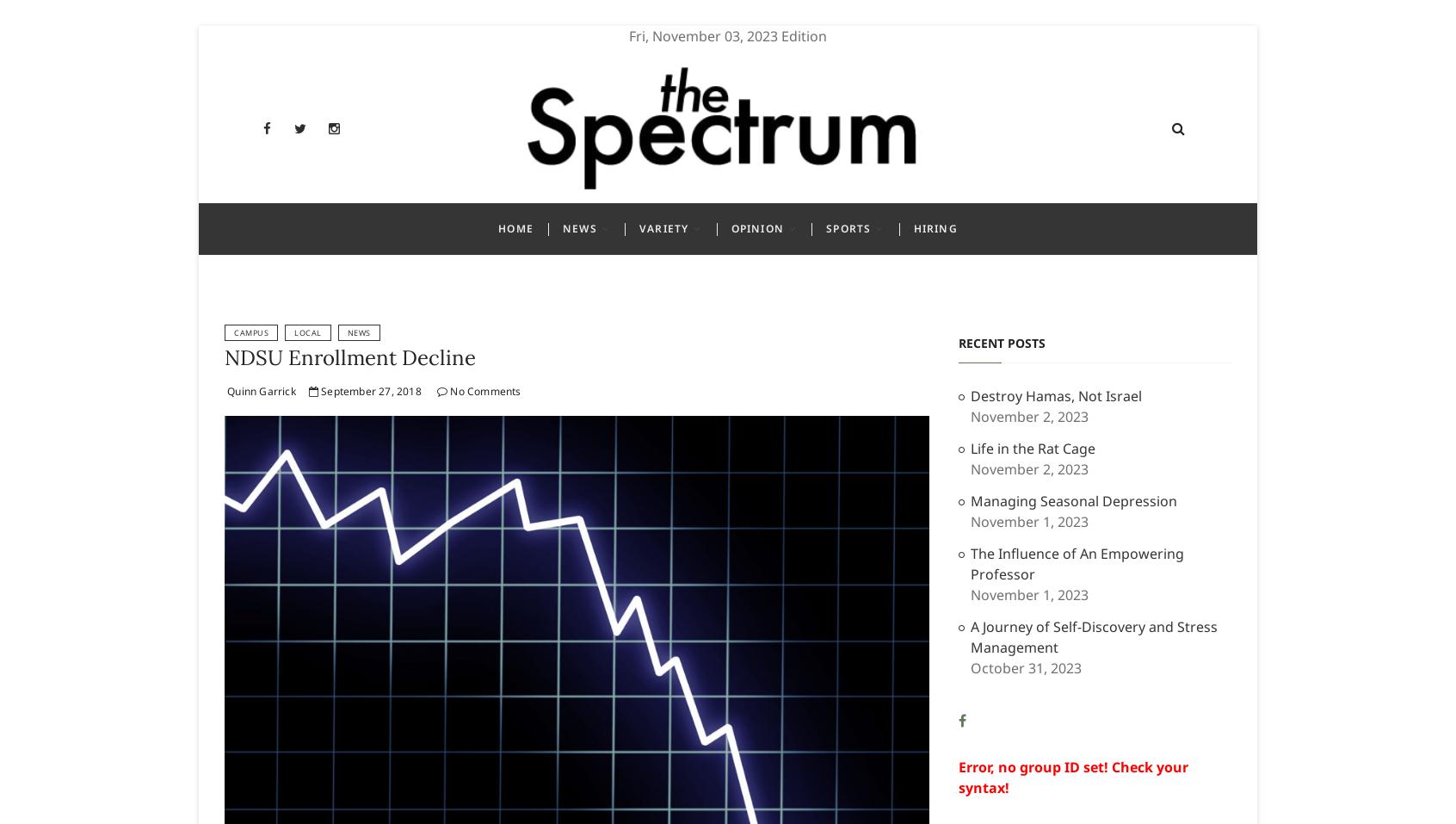 The height and width of the screenshot is (824, 1456). I want to click on 'Track & Field', so click(865, 541).